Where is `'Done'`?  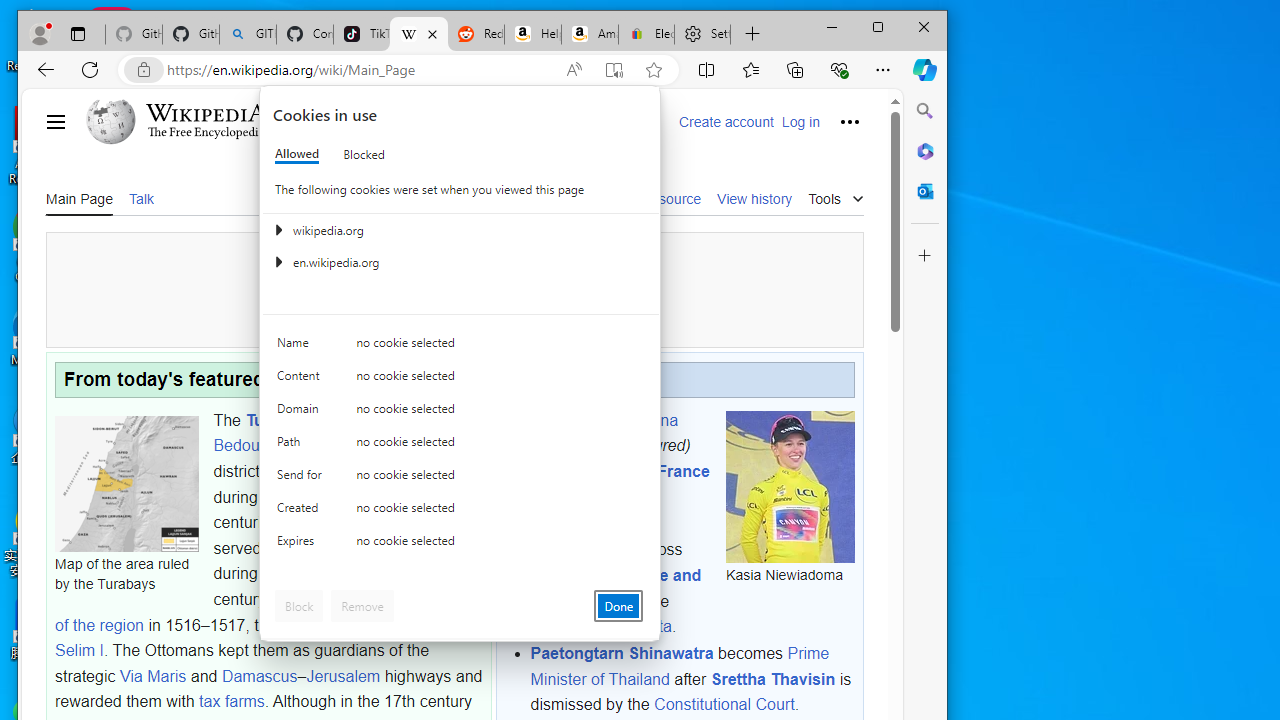
'Done' is located at coordinates (617, 604).